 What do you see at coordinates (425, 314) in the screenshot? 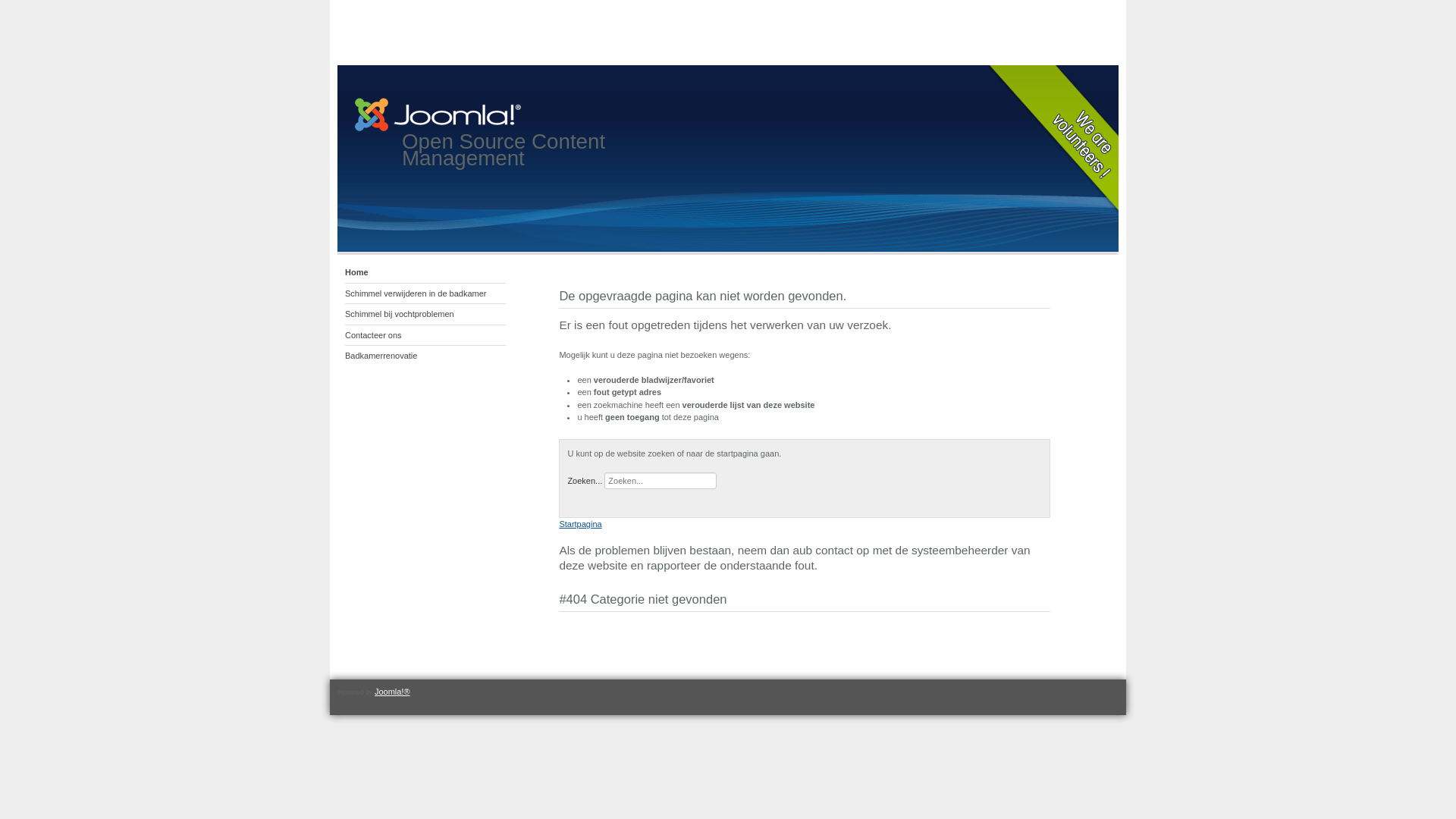
I see `'Schimmel bij vochtproblemen'` at bounding box center [425, 314].